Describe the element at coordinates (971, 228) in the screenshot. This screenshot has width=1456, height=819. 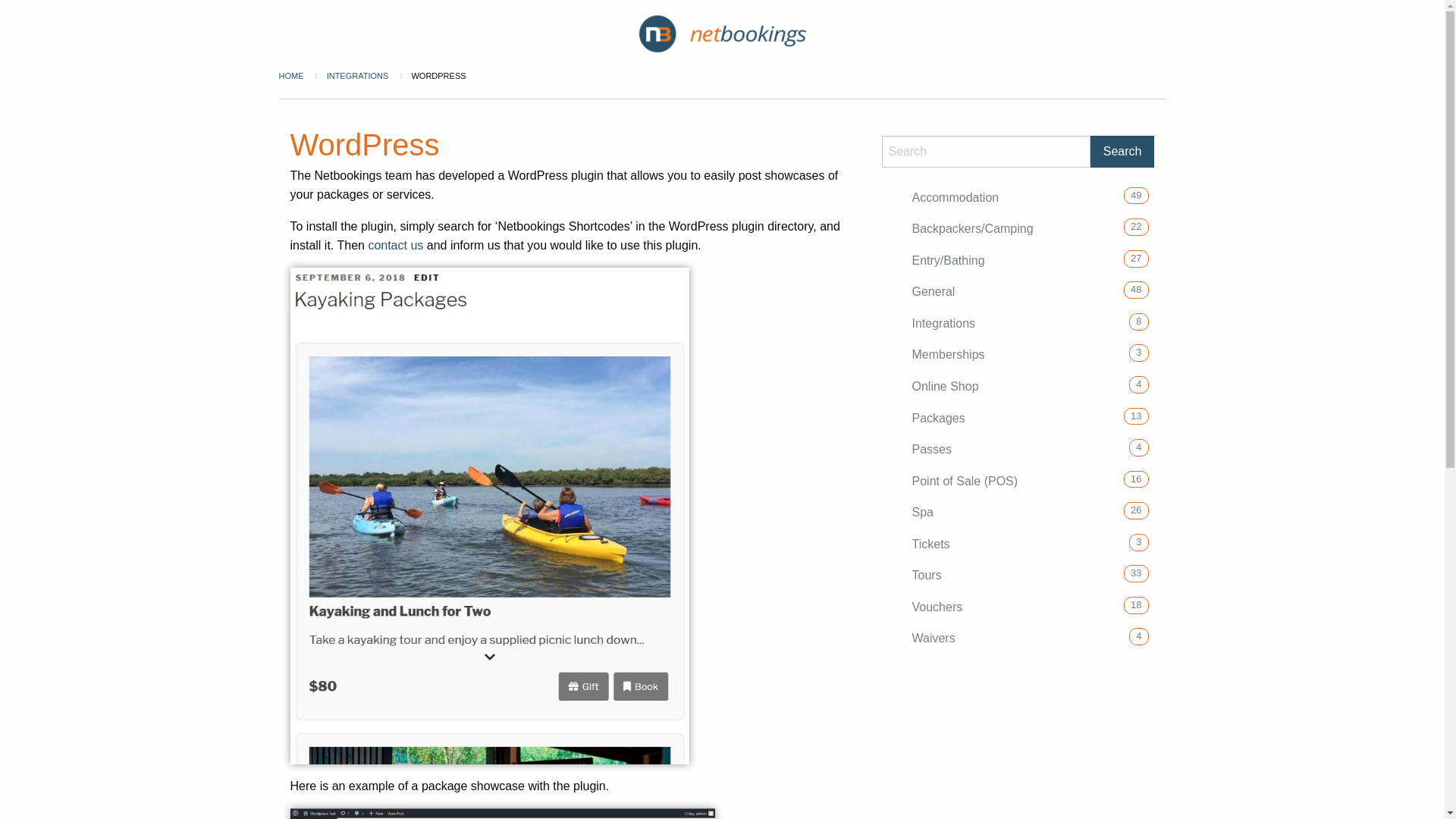
I see `'Backpackers/Camping'` at that location.